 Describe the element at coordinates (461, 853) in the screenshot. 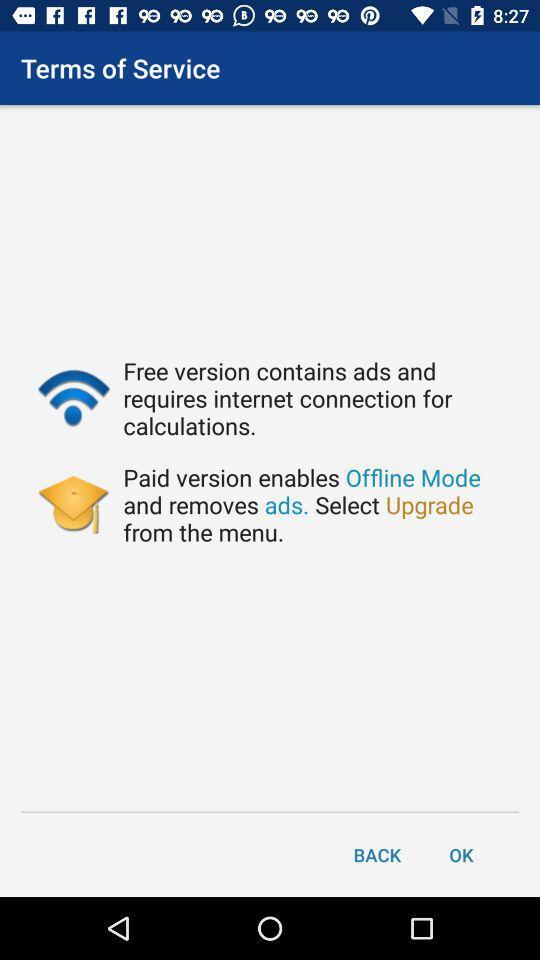

I see `icon to the right of the back icon` at that location.